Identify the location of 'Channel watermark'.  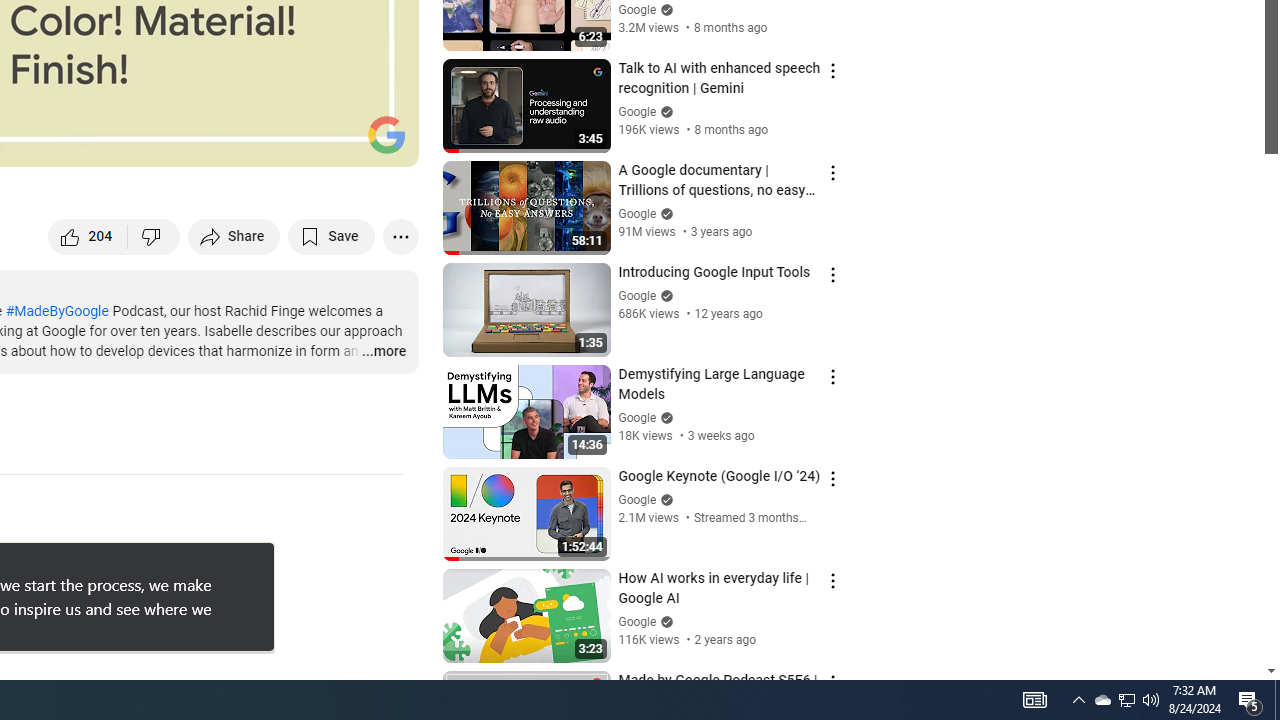
(386, 135).